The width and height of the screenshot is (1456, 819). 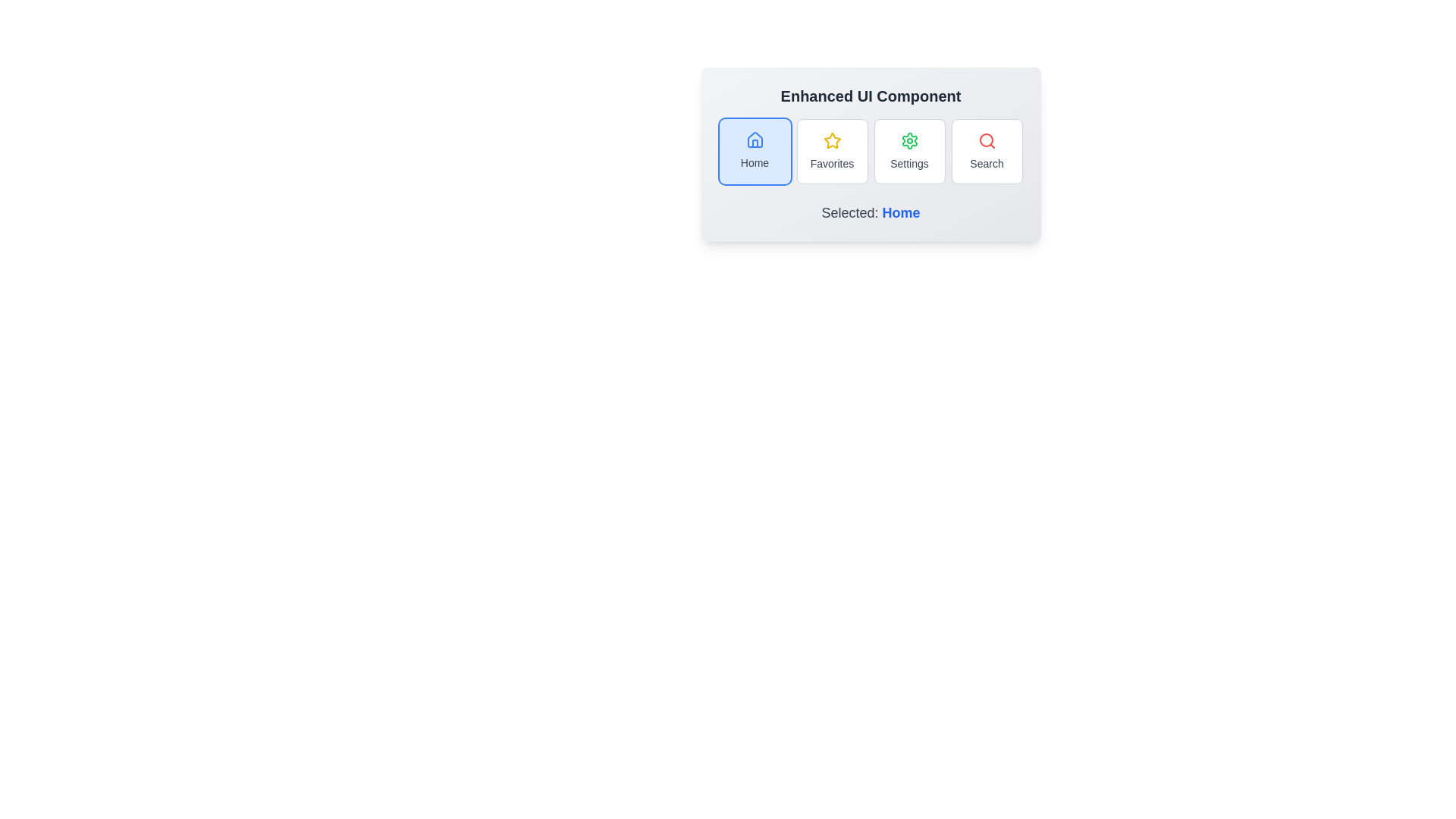 What do you see at coordinates (871, 213) in the screenshot?
I see `the text element displaying 'Selected: Home', which is centered below the main grid of options` at bounding box center [871, 213].